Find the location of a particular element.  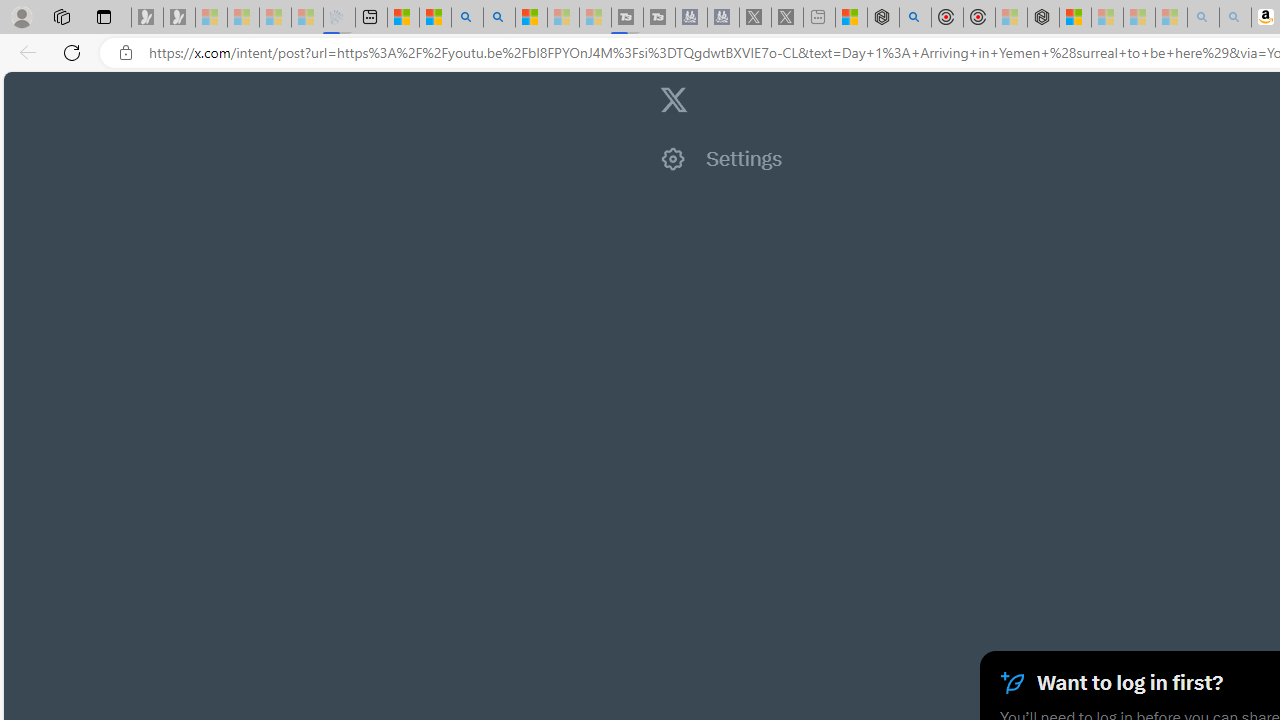

'X - Sleeping' is located at coordinates (786, 17).